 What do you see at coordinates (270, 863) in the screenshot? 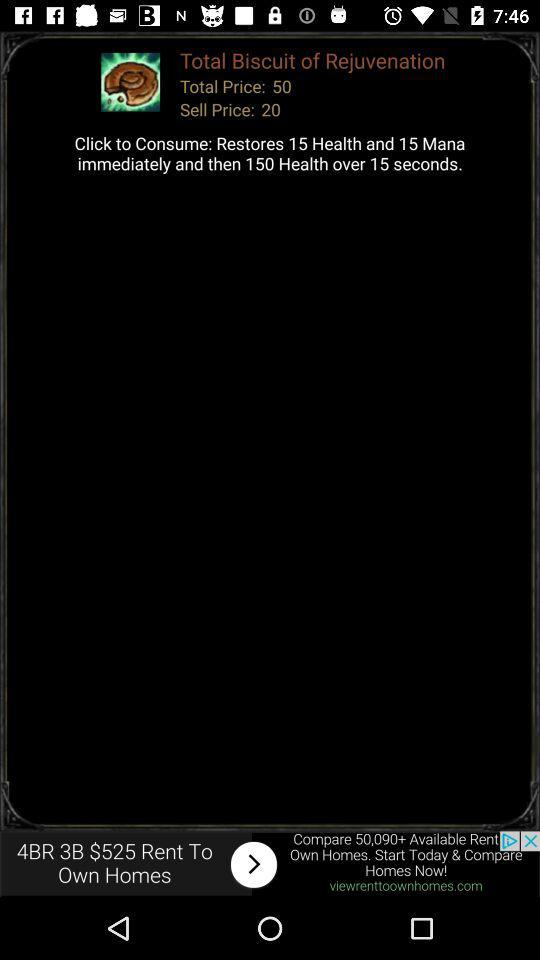
I see `forword` at bounding box center [270, 863].